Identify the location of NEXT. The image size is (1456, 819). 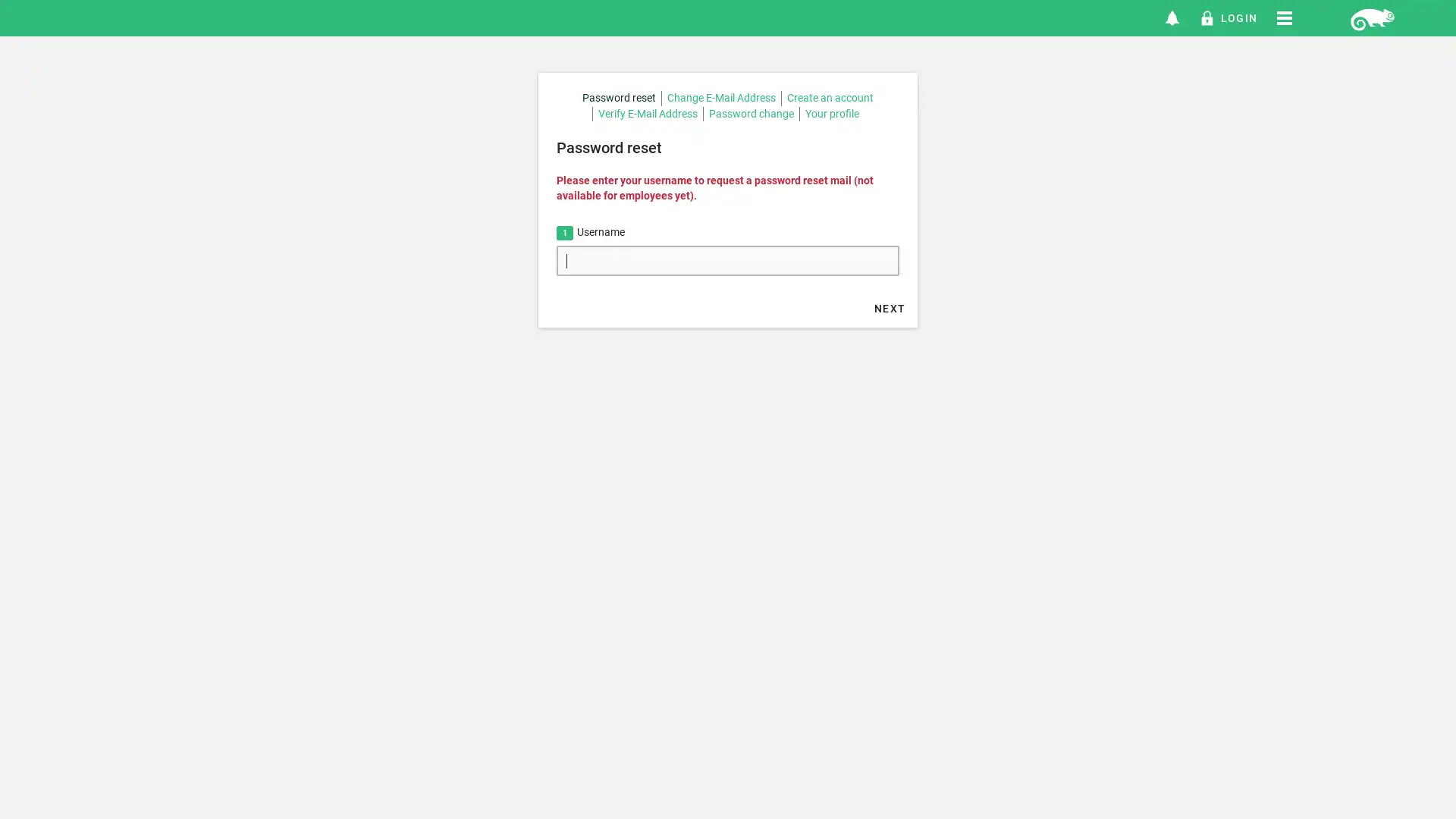
(890, 307).